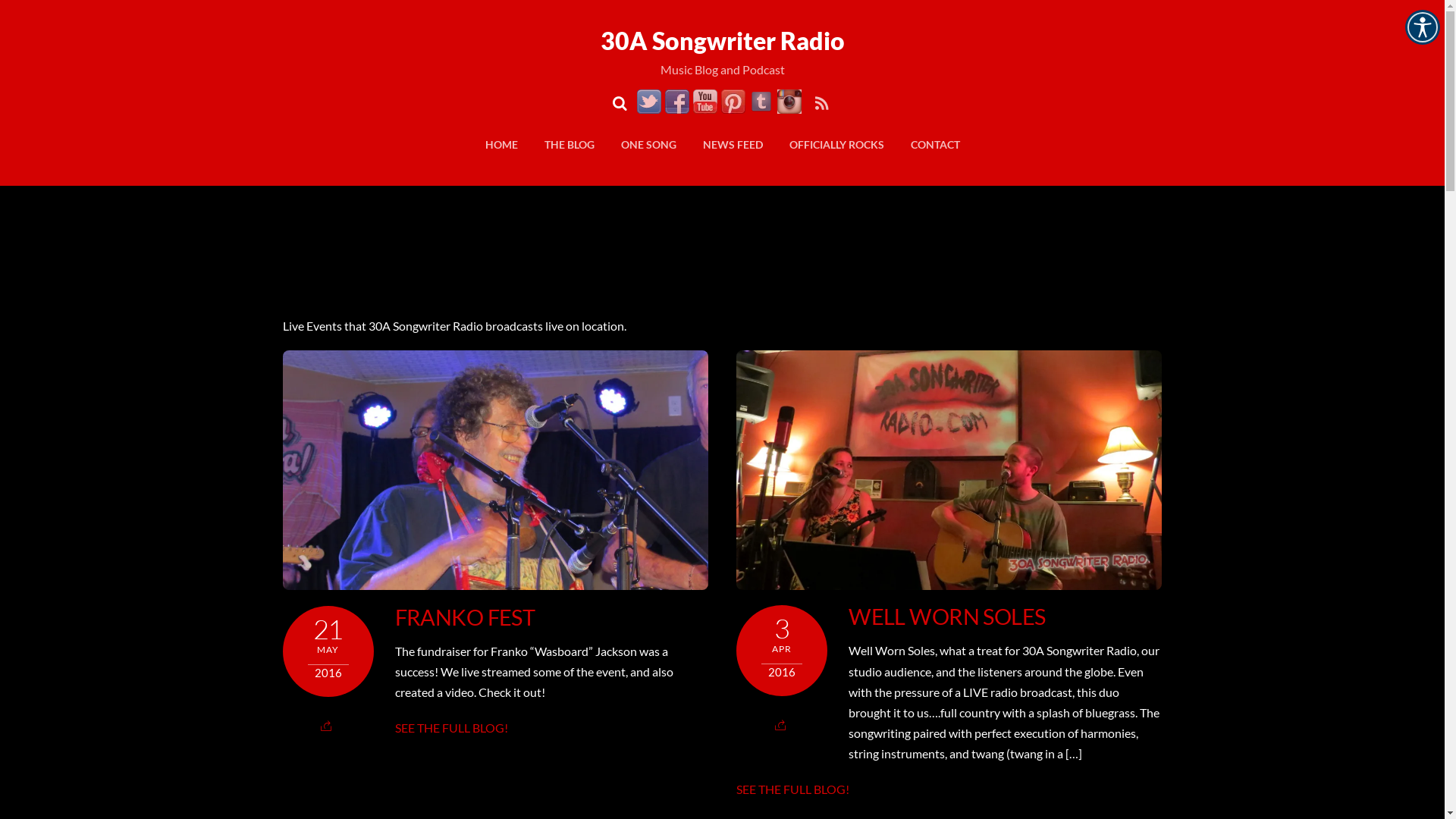 The image size is (1456, 819). What do you see at coordinates (776, 144) in the screenshot?
I see `'OFFICIALLY ROCKS'` at bounding box center [776, 144].